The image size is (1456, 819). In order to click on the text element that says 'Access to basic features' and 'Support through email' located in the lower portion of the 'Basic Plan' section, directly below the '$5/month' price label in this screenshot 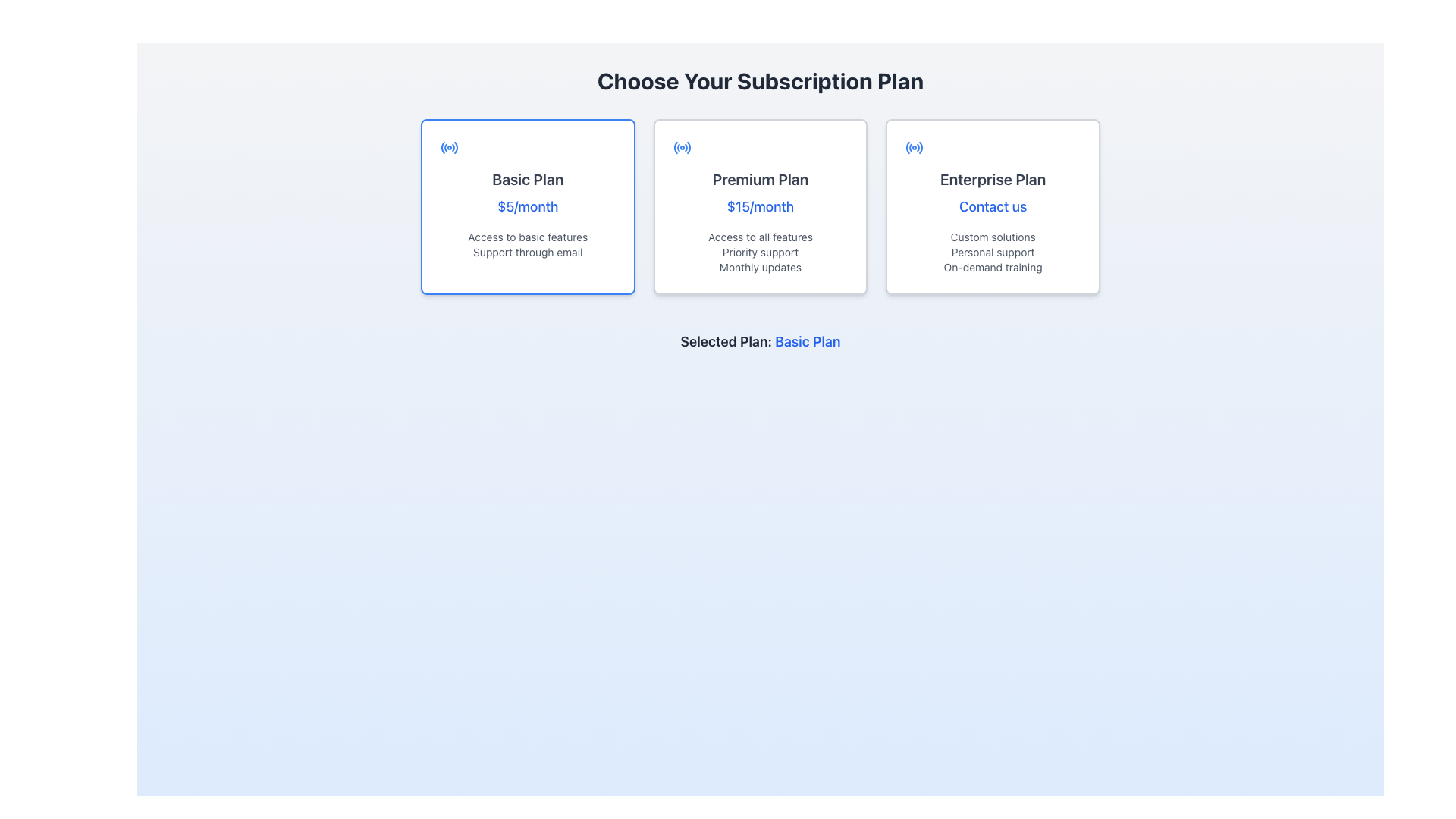, I will do `click(528, 244)`.